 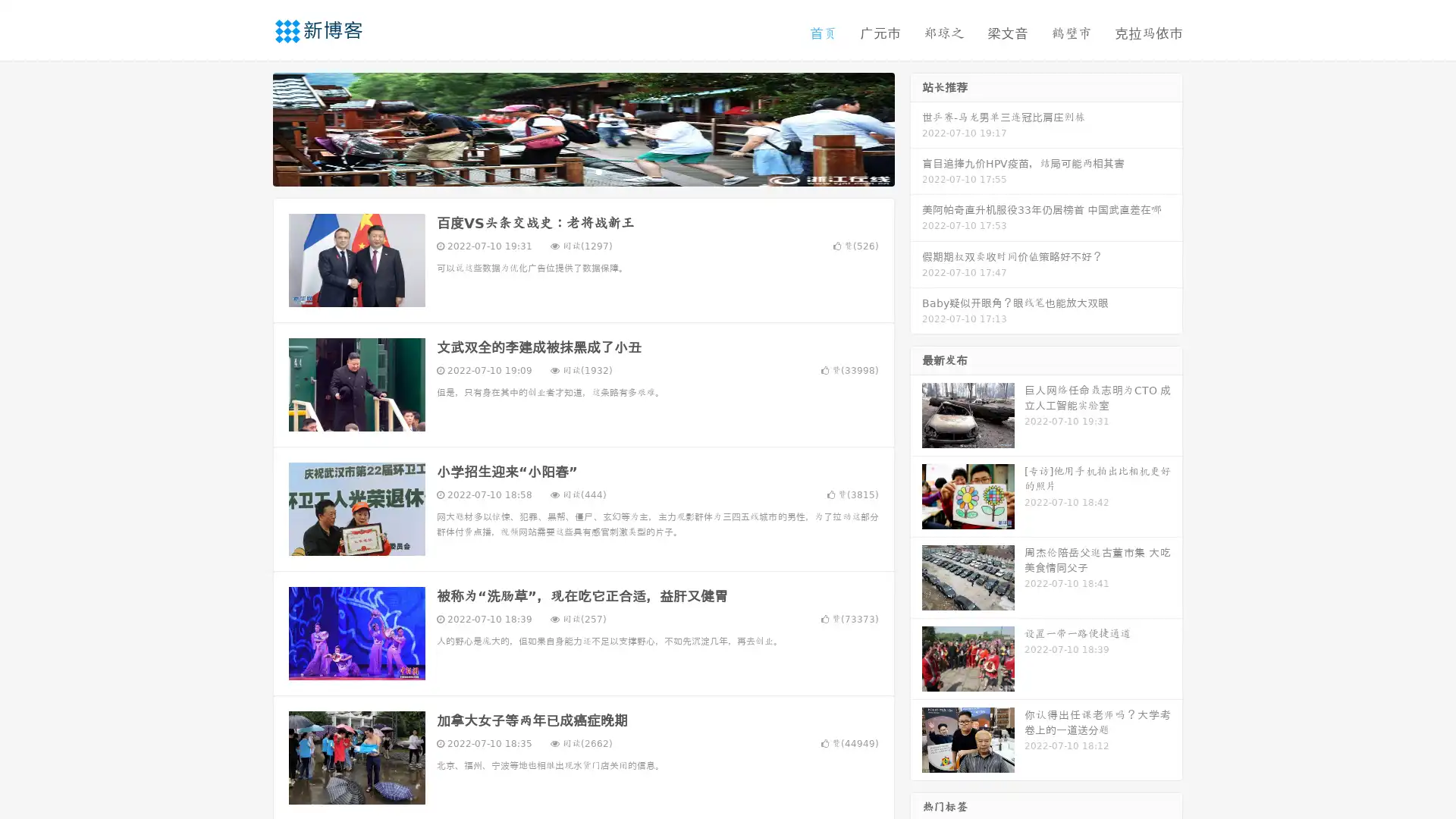 What do you see at coordinates (567, 171) in the screenshot?
I see `Go to slide 1` at bounding box center [567, 171].